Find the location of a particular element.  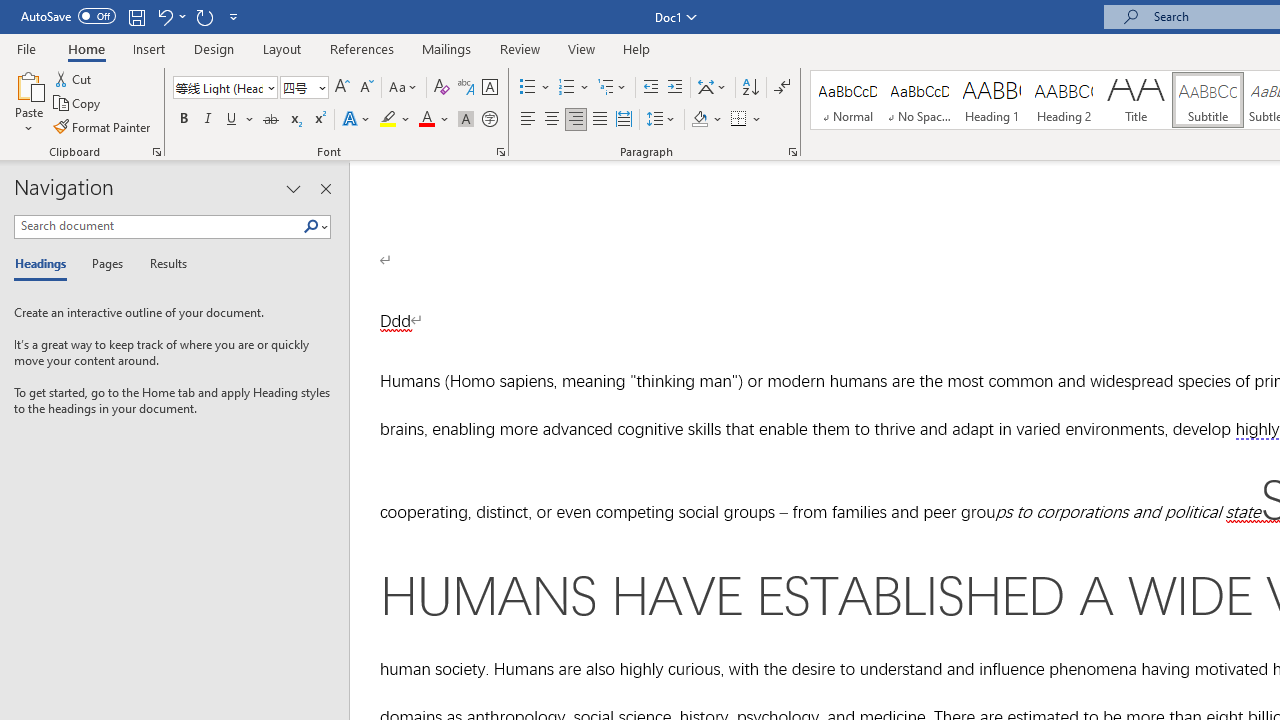

'Justify' is located at coordinates (598, 119).